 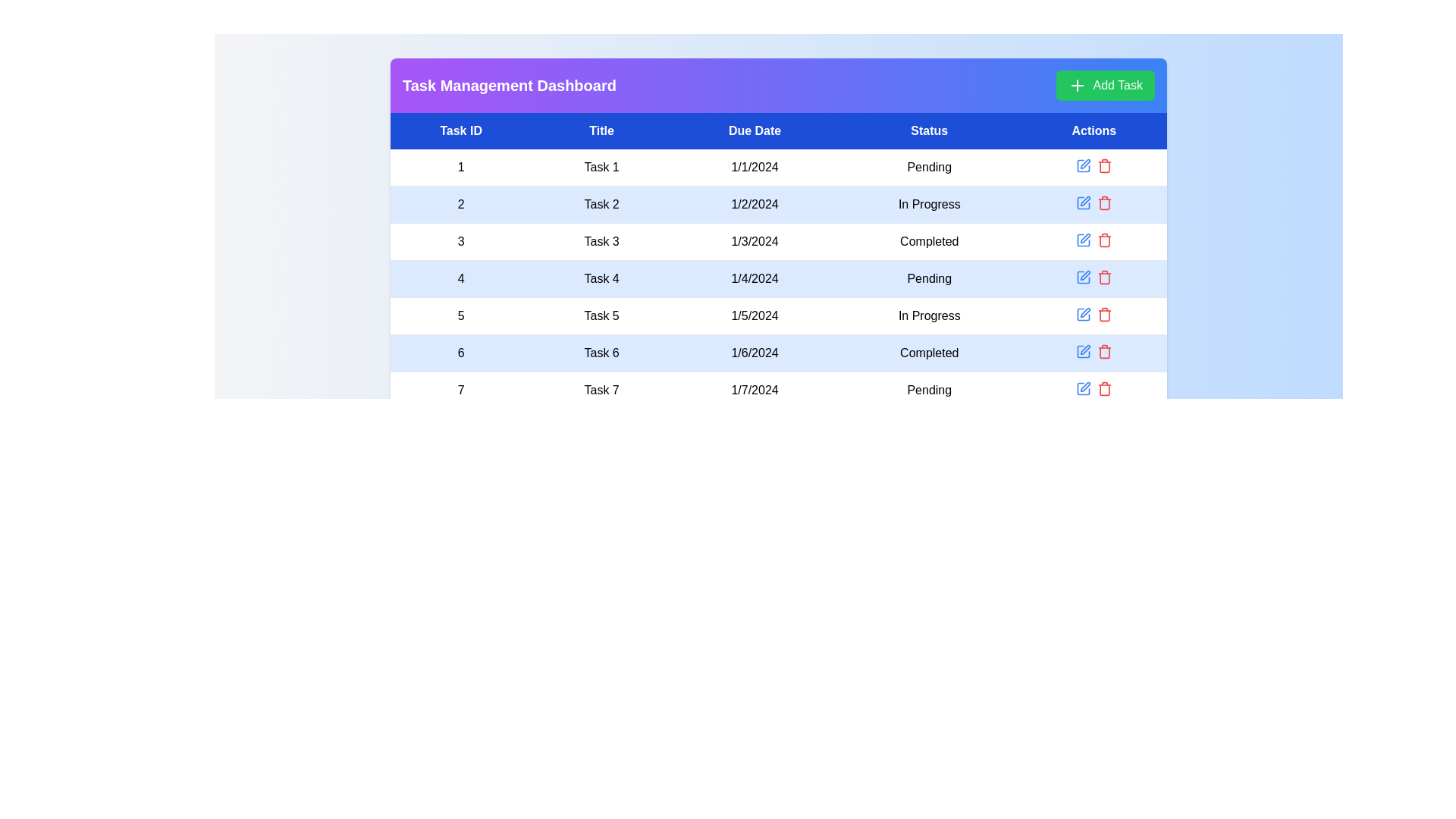 I want to click on delete icon for the task with ID 1, so click(x=1104, y=166).